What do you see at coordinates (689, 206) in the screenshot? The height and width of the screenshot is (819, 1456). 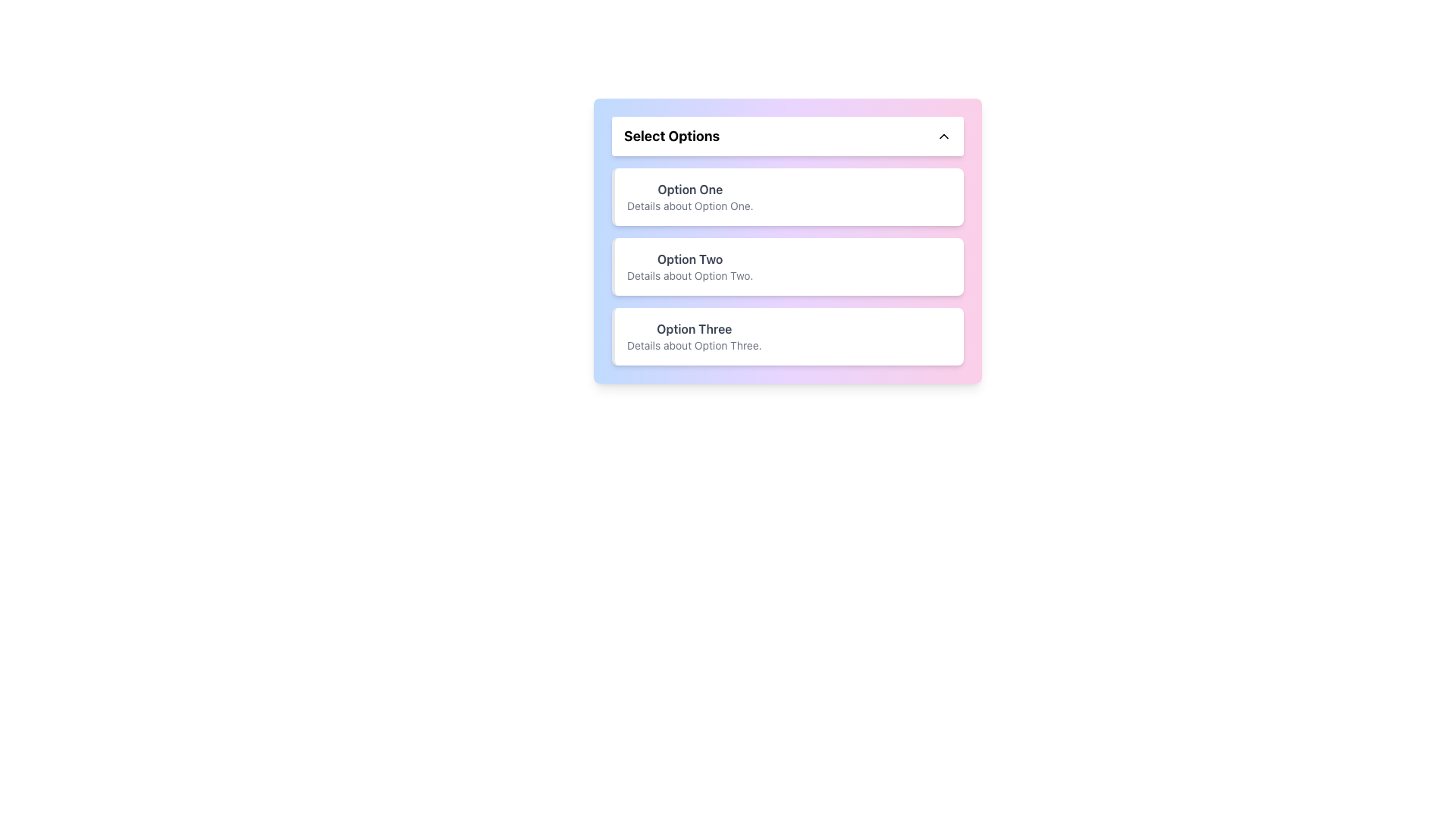 I see `the descriptive text located below the title 'Option One' which provides additional contextual information about the option` at bounding box center [689, 206].